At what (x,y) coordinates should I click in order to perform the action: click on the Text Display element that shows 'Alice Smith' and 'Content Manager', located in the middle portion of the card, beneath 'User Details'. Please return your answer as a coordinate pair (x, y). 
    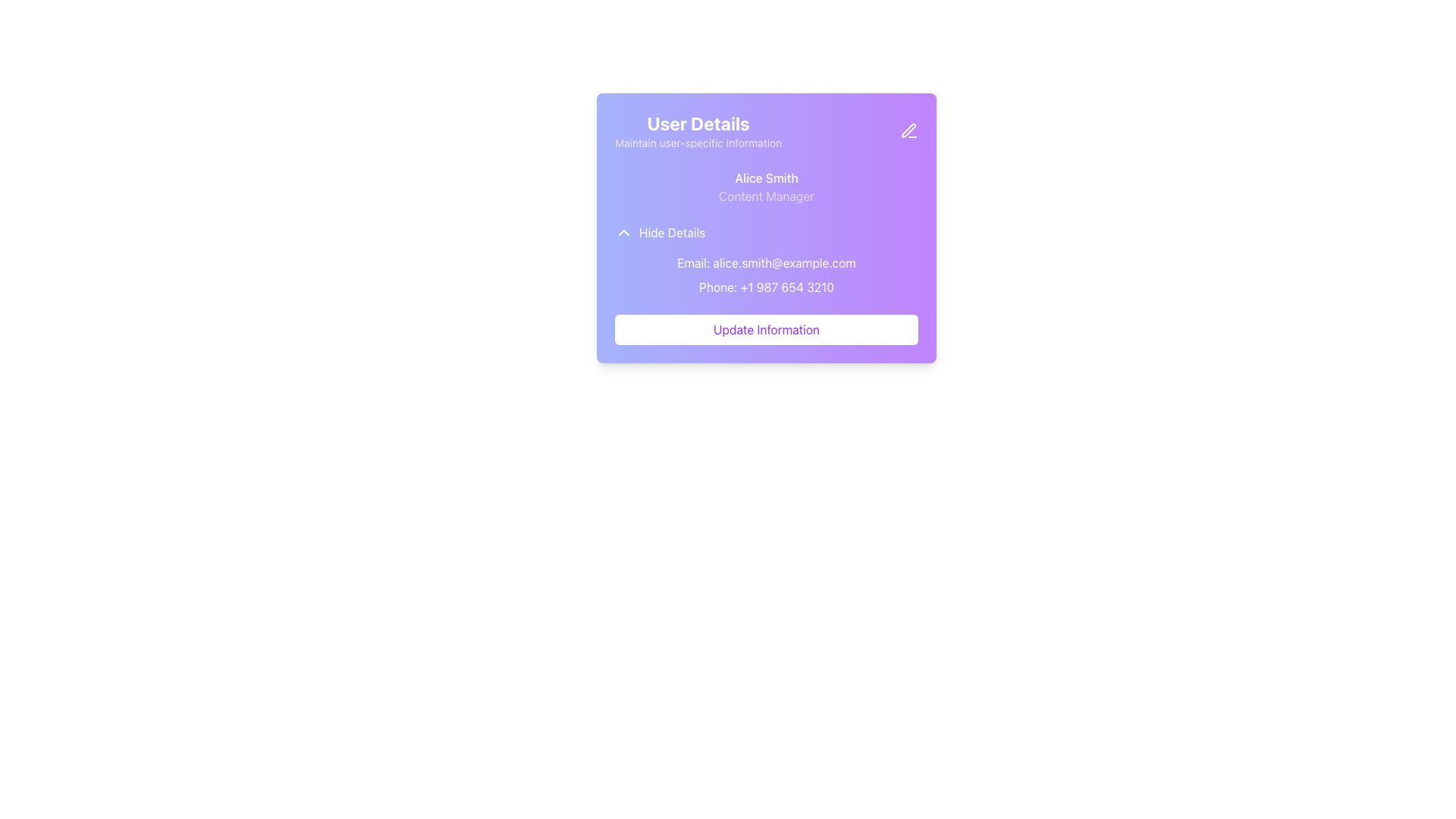
    Looking at the image, I should click on (767, 186).